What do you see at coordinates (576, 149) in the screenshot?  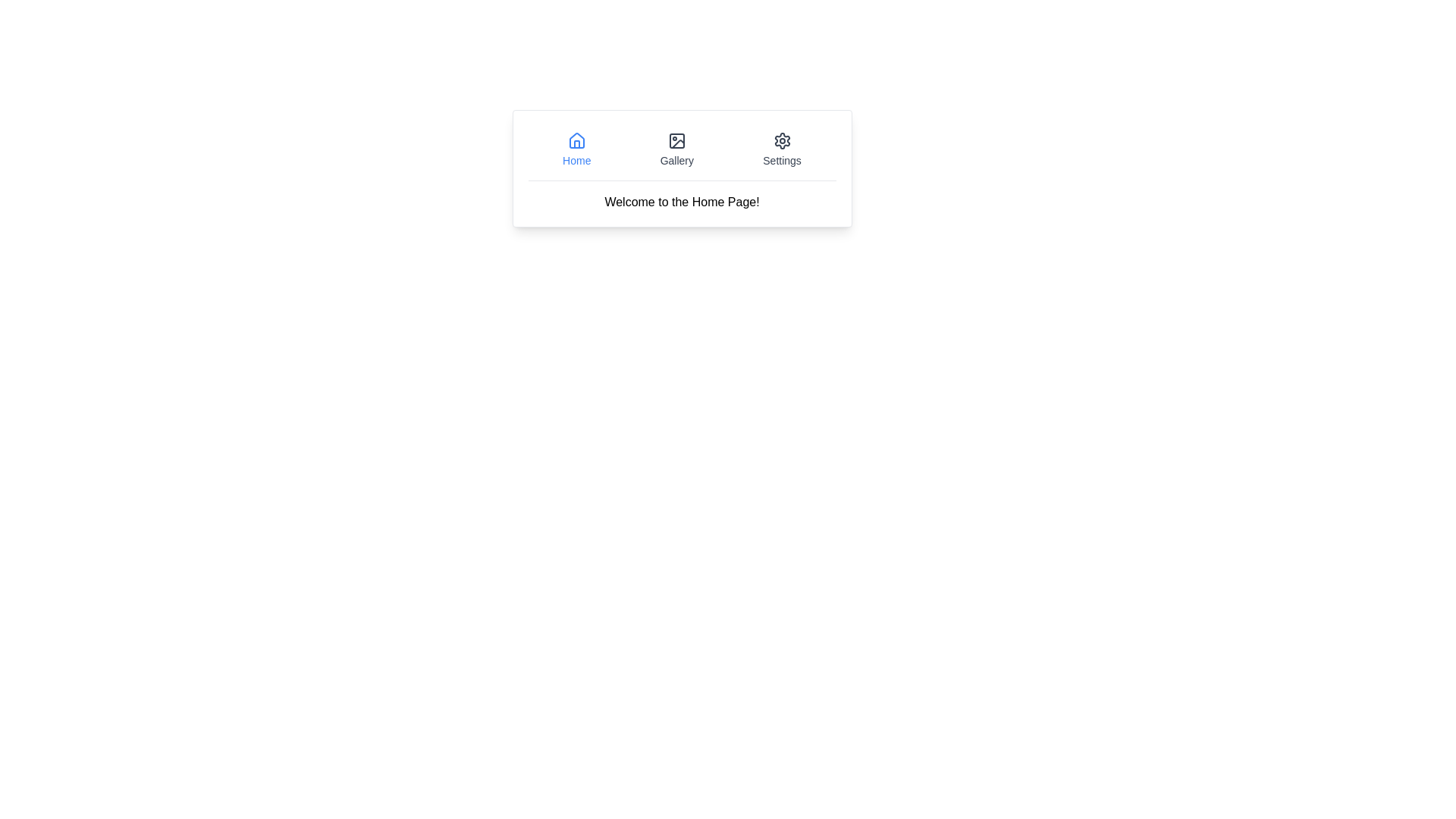 I see `the 'Home' button, which features a blue house icon and is positioned to the left of the 'Gallery' and 'Settings' buttons` at bounding box center [576, 149].